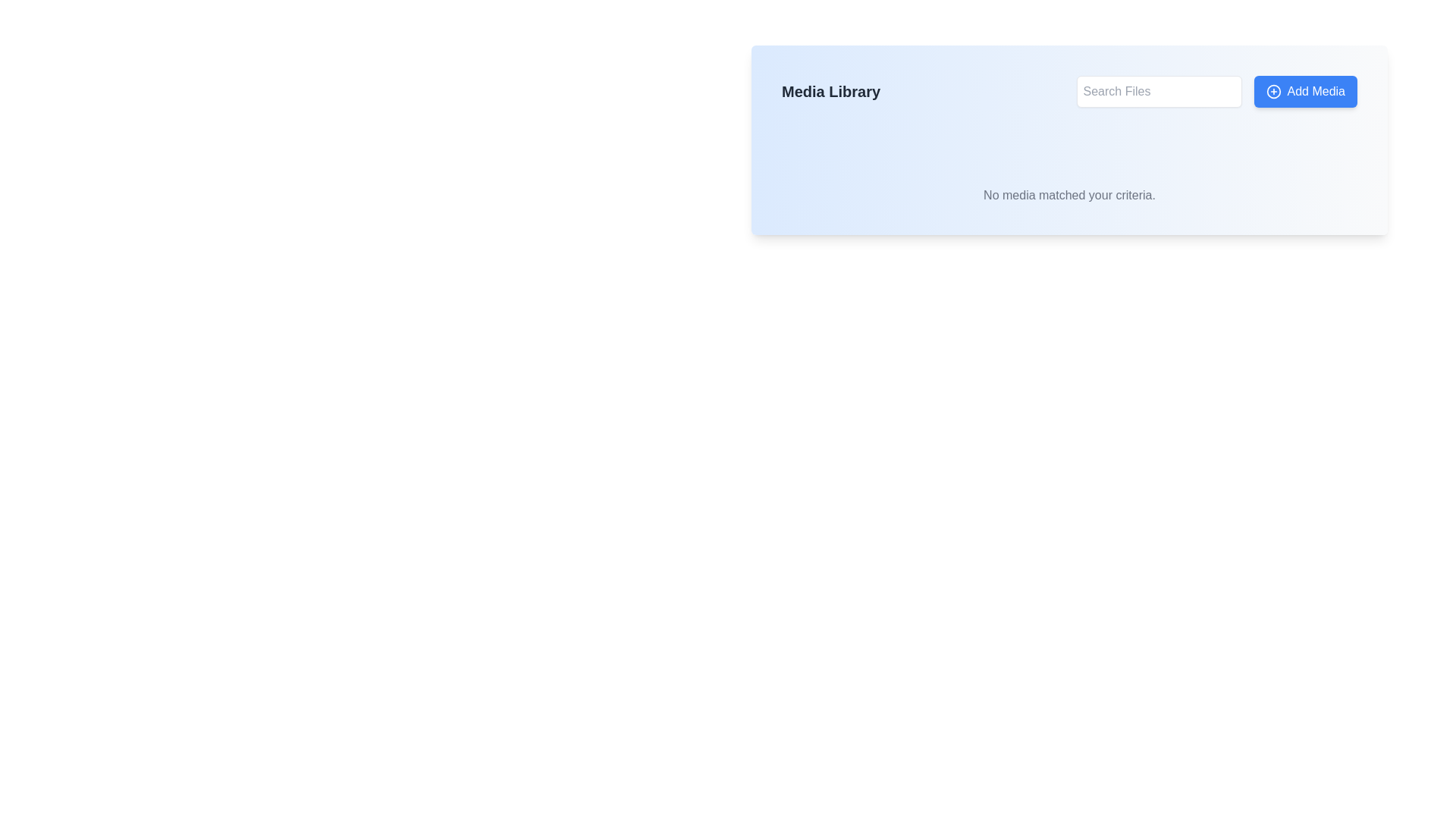 This screenshot has width=1456, height=819. Describe the element at coordinates (1273, 91) in the screenshot. I see `the circular icon with a plus sign inside, which is part of the 'Add Media' button, located to its left side` at that location.